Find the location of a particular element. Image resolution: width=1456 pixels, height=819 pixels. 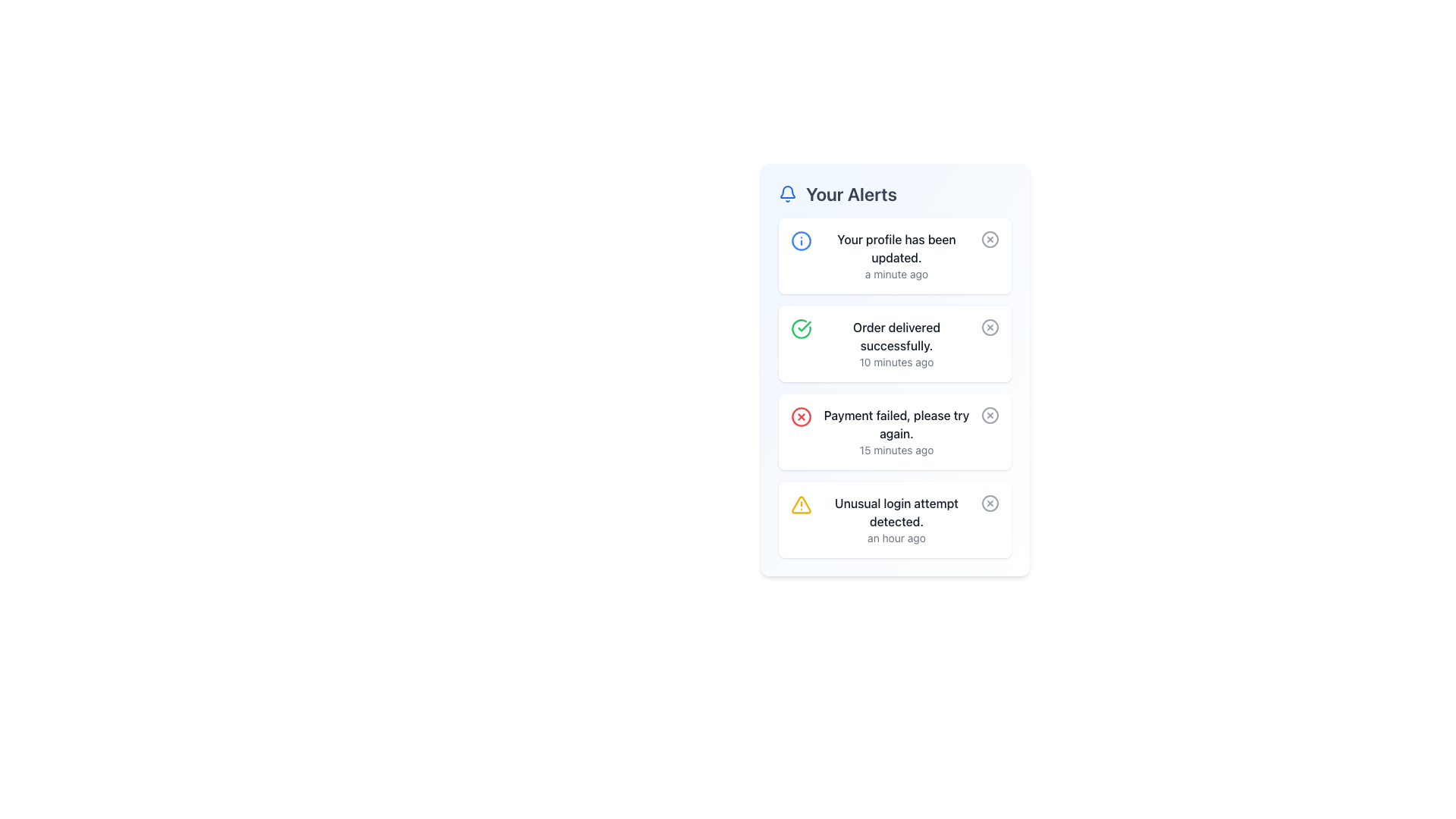

the text label displaying '10 minutes ago', which is styled in gray and located below the 'Order delivered successfully.' text in the second notification card is located at coordinates (896, 362).